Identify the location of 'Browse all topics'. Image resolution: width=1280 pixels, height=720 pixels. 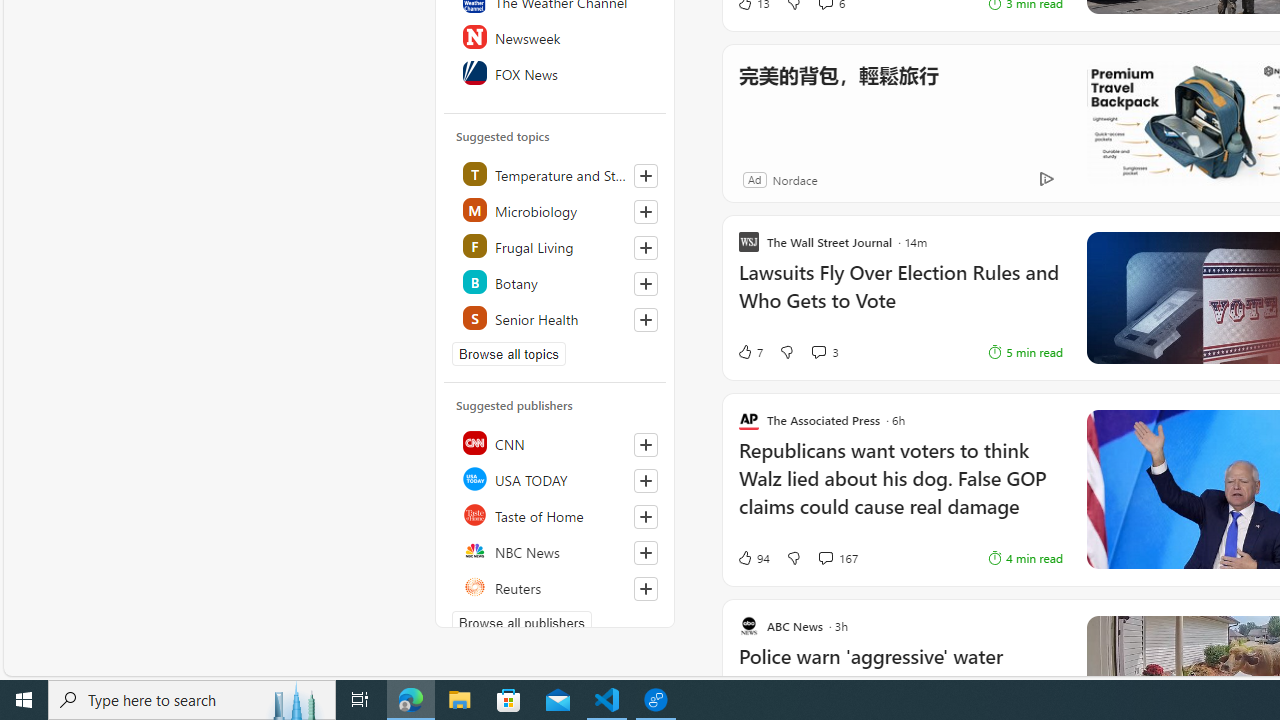
(509, 352).